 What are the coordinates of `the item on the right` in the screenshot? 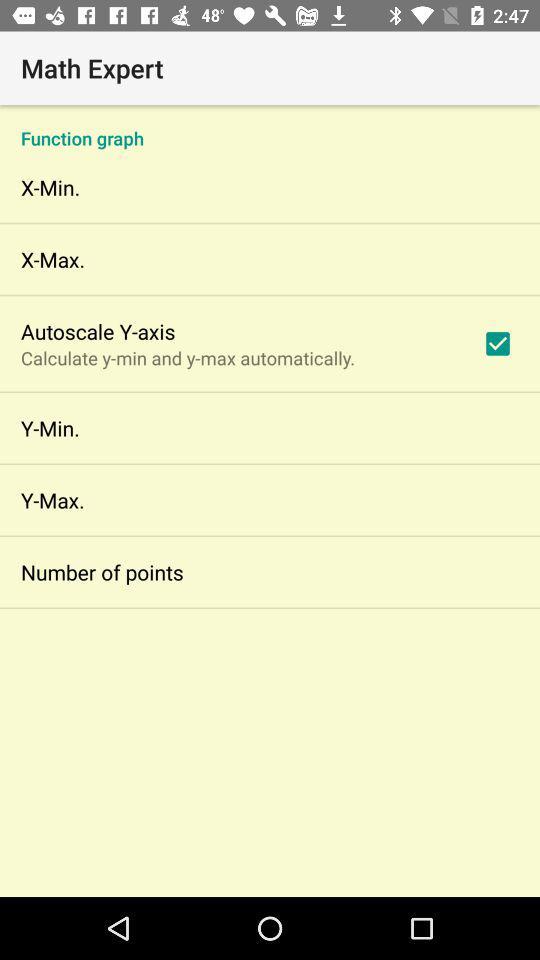 It's located at (496, 343).